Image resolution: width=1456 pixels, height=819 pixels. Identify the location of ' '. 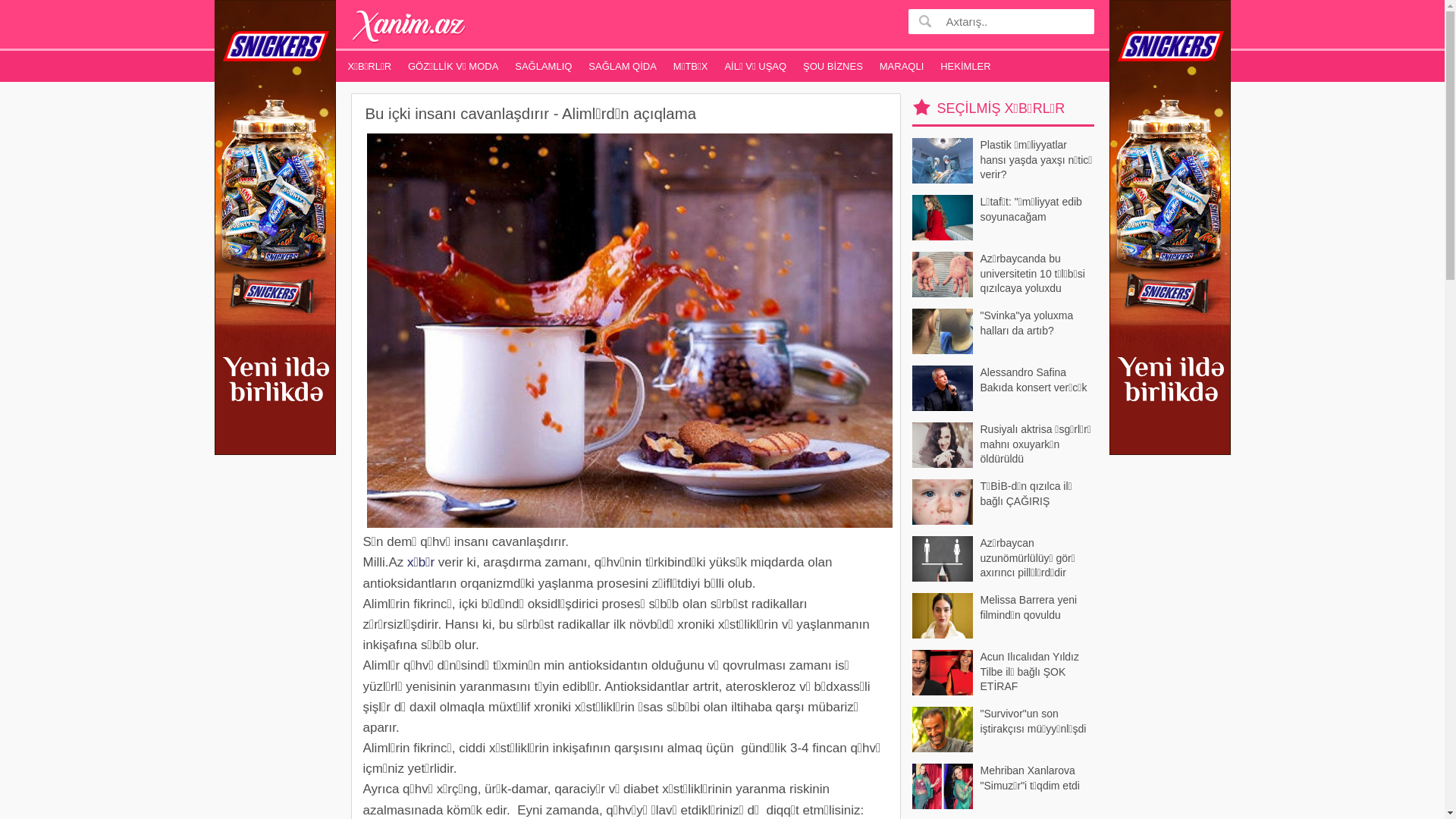
(915, 20).